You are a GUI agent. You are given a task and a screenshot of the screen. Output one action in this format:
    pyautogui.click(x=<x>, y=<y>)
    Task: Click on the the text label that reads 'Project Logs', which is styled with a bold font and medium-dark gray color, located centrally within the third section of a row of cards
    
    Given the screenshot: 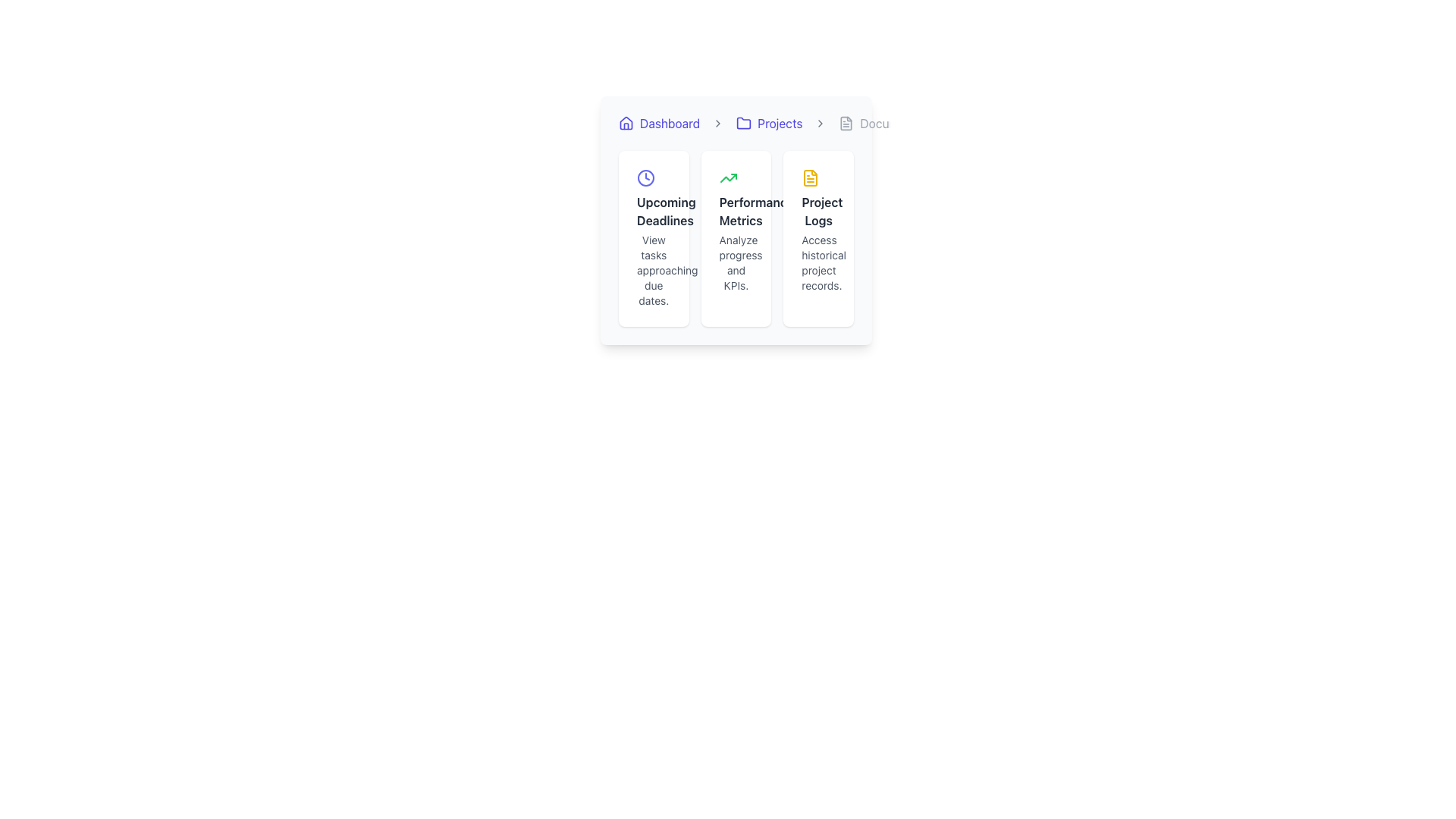 What is the action you would take?
    pyautogui.click(x=817, y=211)
    